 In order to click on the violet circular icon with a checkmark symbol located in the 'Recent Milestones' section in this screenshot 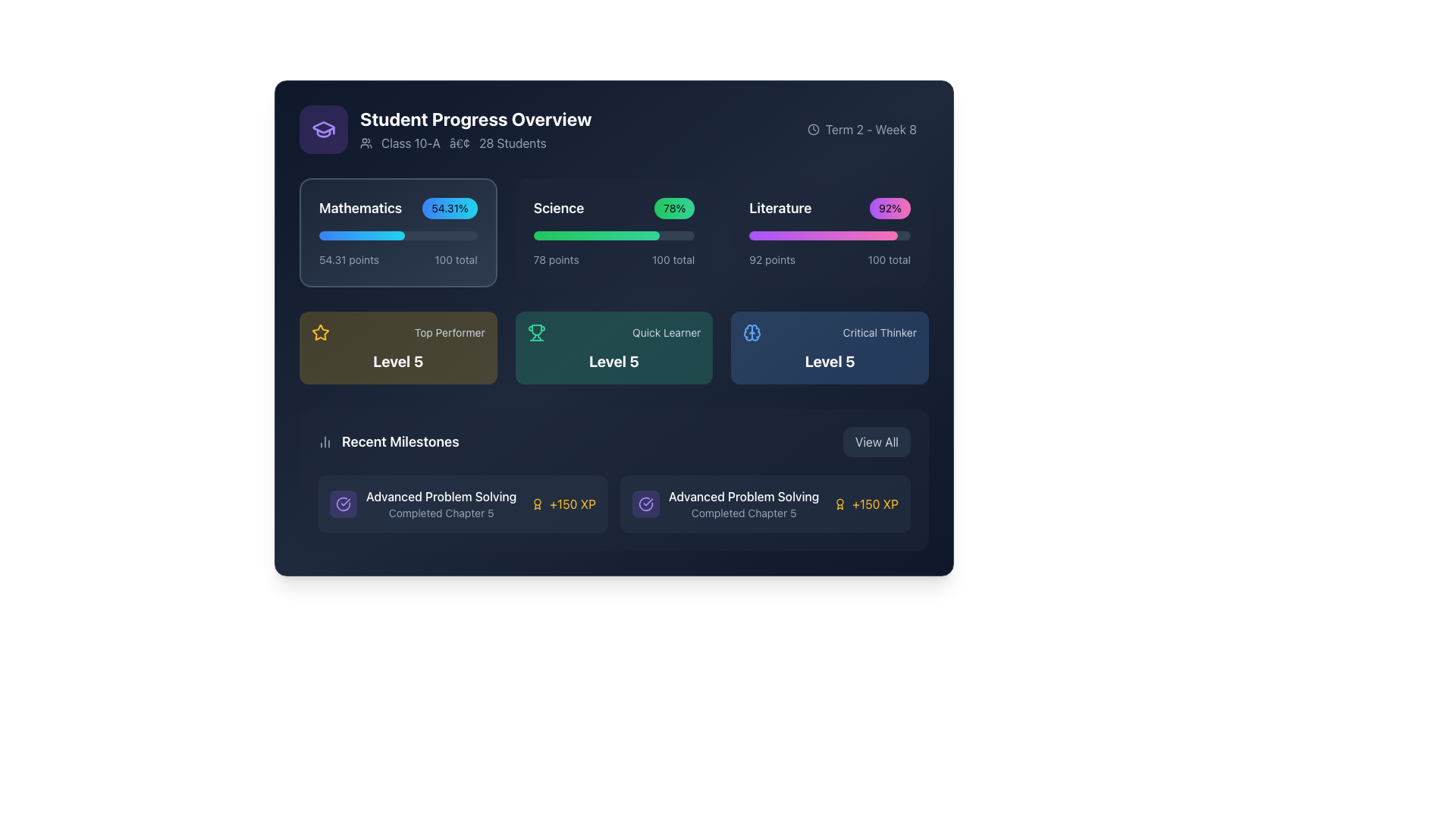, I will do `click(645, 504)`.